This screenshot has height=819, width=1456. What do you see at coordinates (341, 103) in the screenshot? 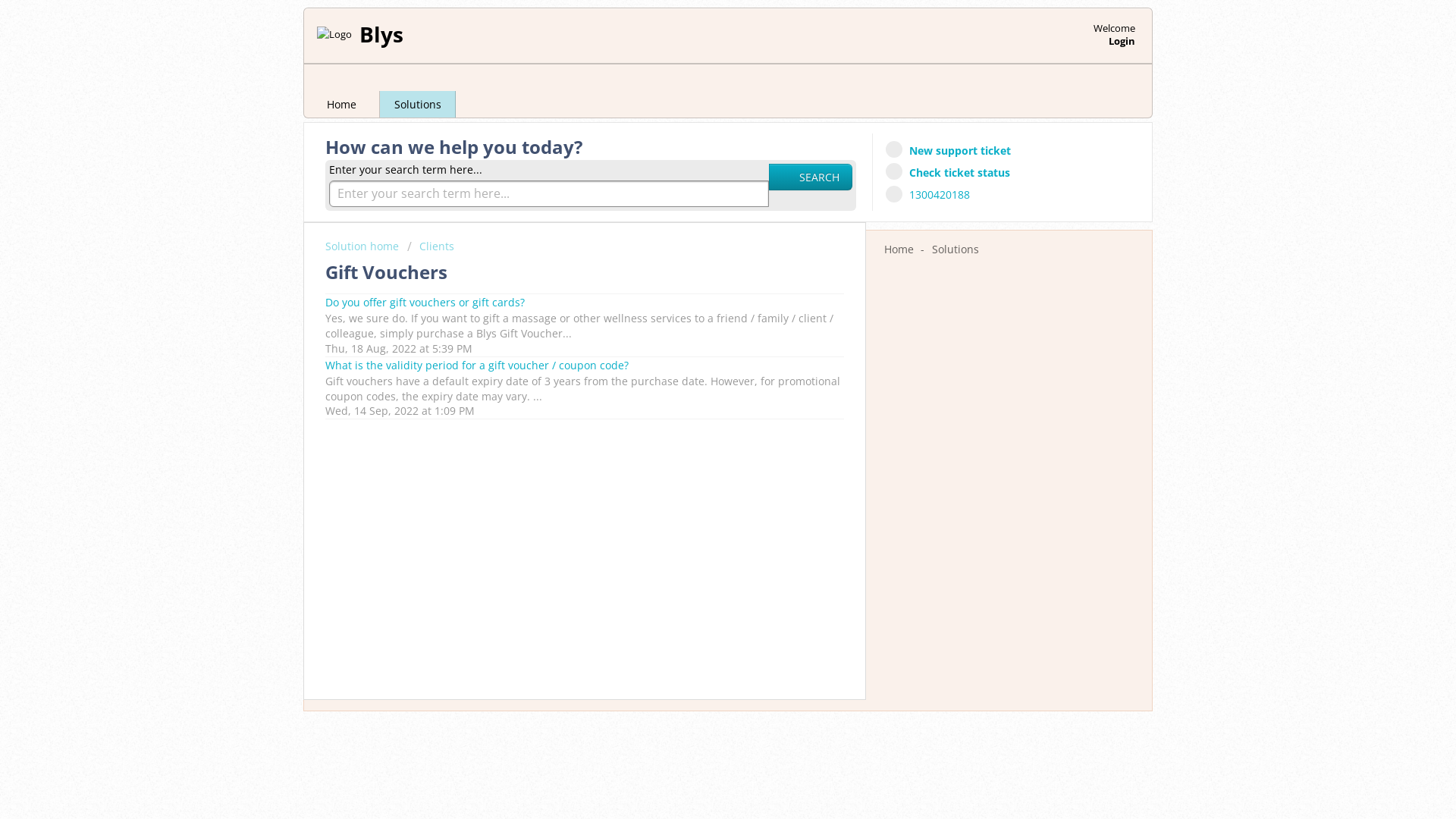
I see `'Home'` at bounding box center [341, 103].